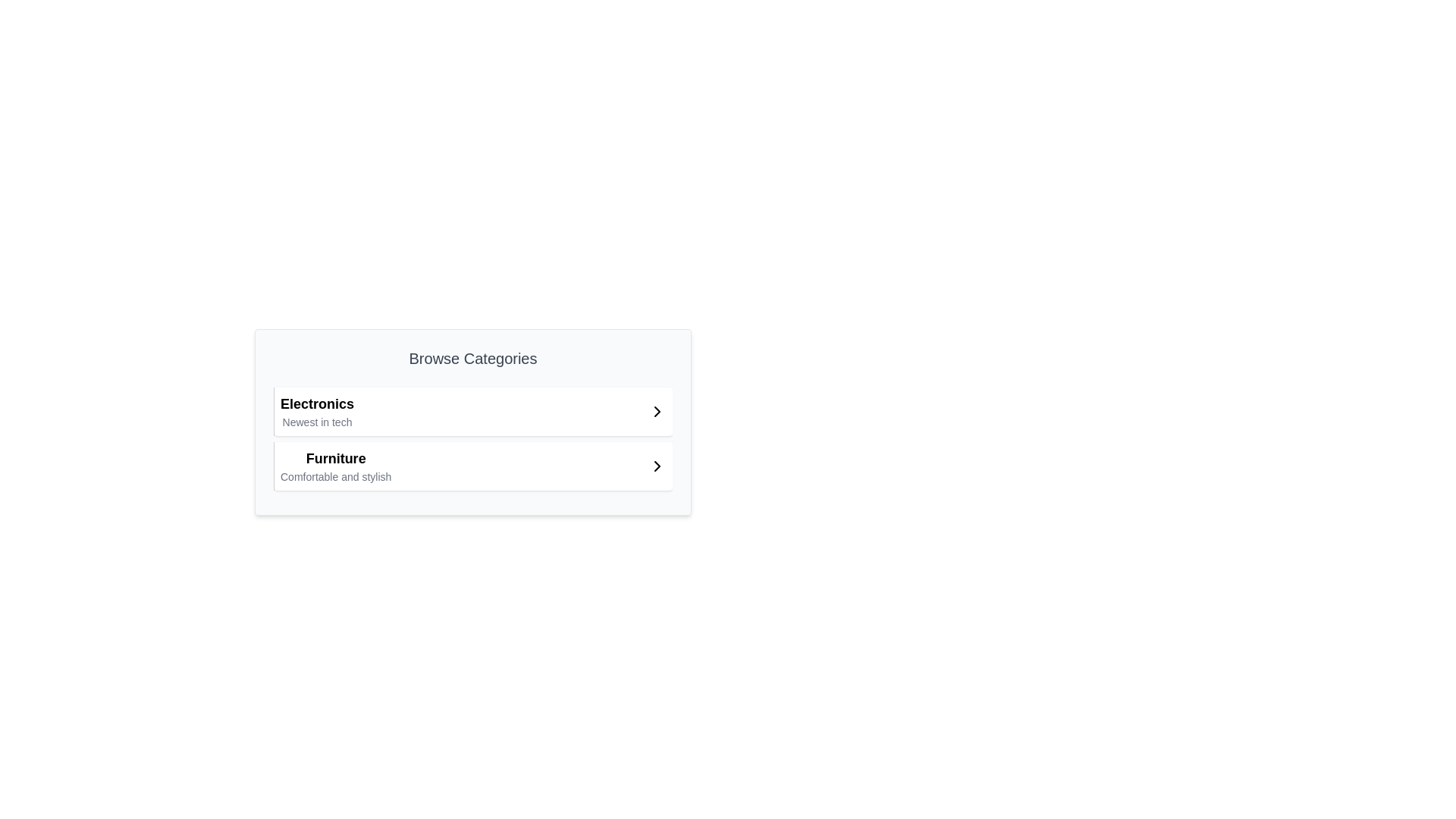 The image size is (1456, 819). I want to click on the text label reading 'Electronics', styled with a bold font and larger text size, located at the top-left of the 'Browse Categories' section, so click(316, 403).